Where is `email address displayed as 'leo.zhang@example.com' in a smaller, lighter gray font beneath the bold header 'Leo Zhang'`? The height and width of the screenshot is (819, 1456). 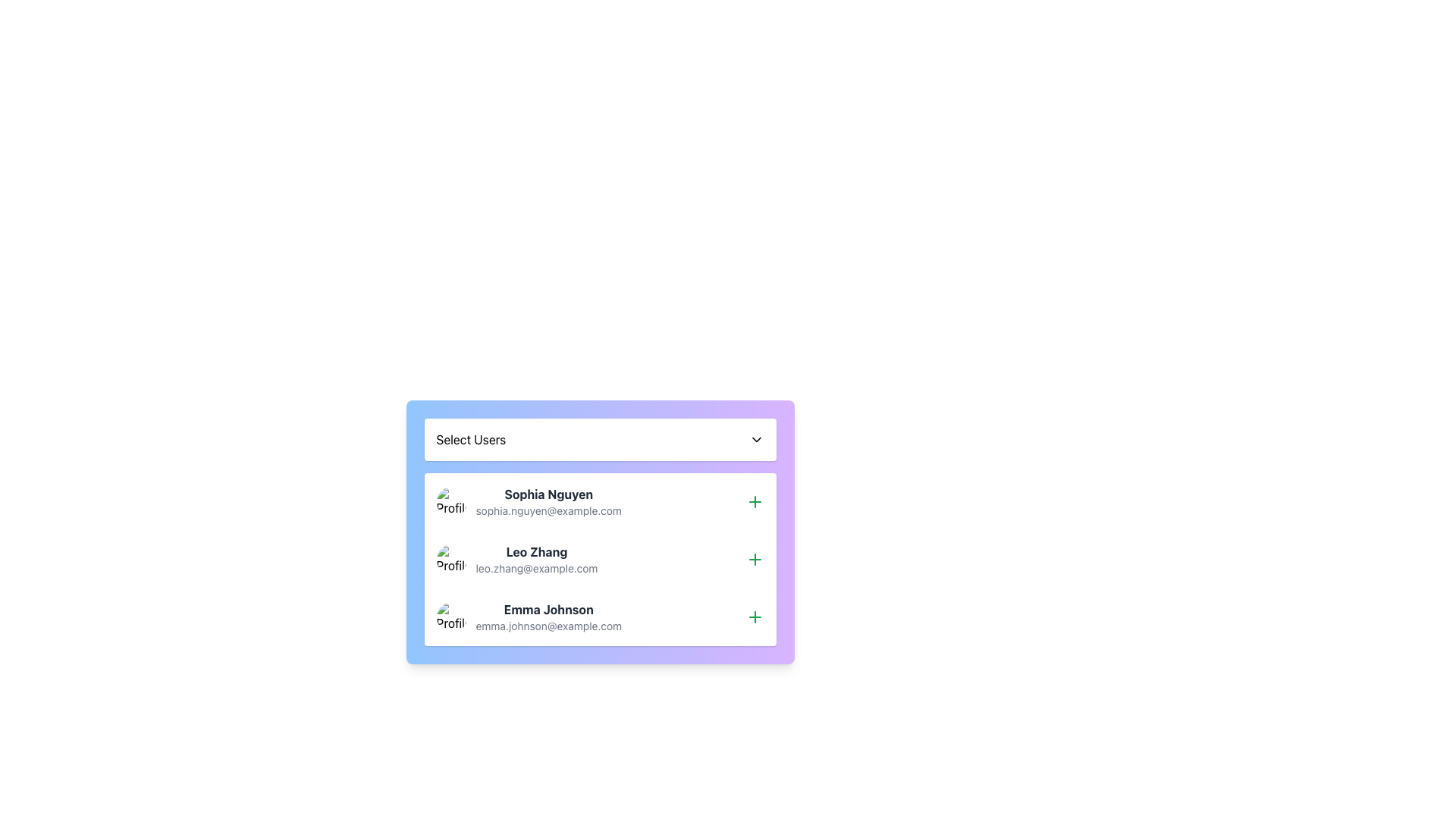
email address displayed as 'leo.zhang@example.com' in a smaller, lighter gray font beneath the bold header 'Leo Zhang' is located at coordinates (536, 568).